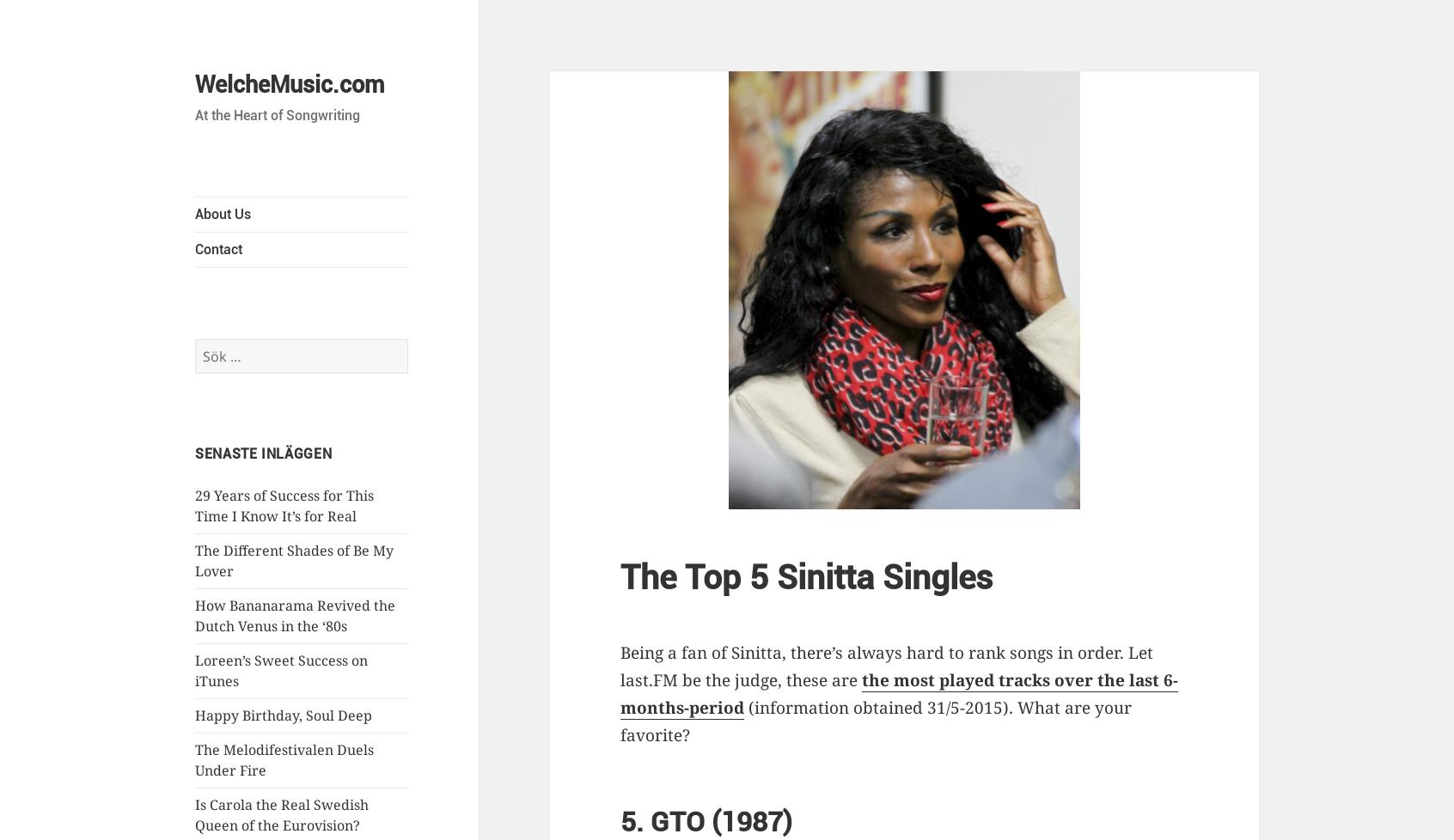 The image size is (1454, 840). I want to click on 'Is Carola the Real Swedish Queen of the Eurovision?', so click(281, 813).